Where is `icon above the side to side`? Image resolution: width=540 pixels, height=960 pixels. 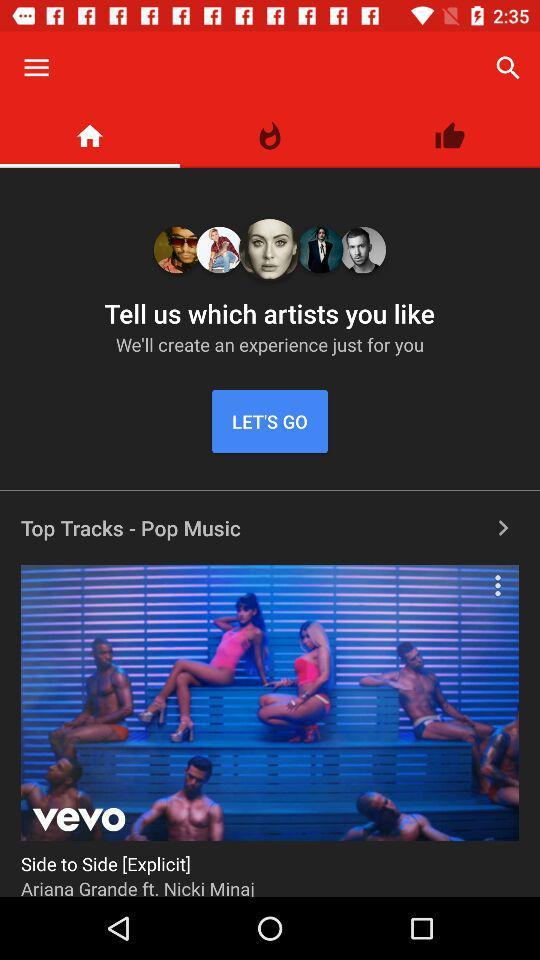
icon above the side to side is located at coordinates (496, 585).